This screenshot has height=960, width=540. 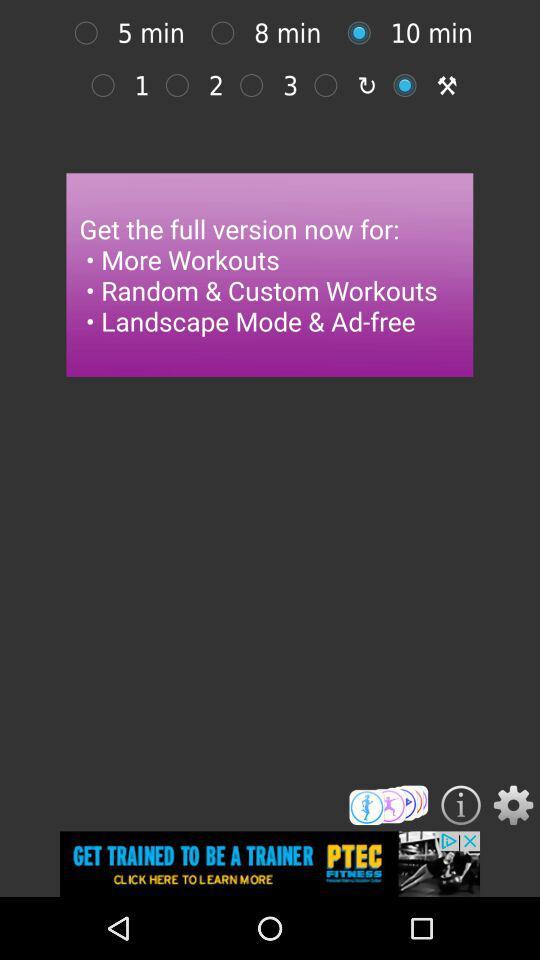 What do you see at coordinates (461, 805) in the screenshot?
I see `get information` at bounding box center [461, 805].